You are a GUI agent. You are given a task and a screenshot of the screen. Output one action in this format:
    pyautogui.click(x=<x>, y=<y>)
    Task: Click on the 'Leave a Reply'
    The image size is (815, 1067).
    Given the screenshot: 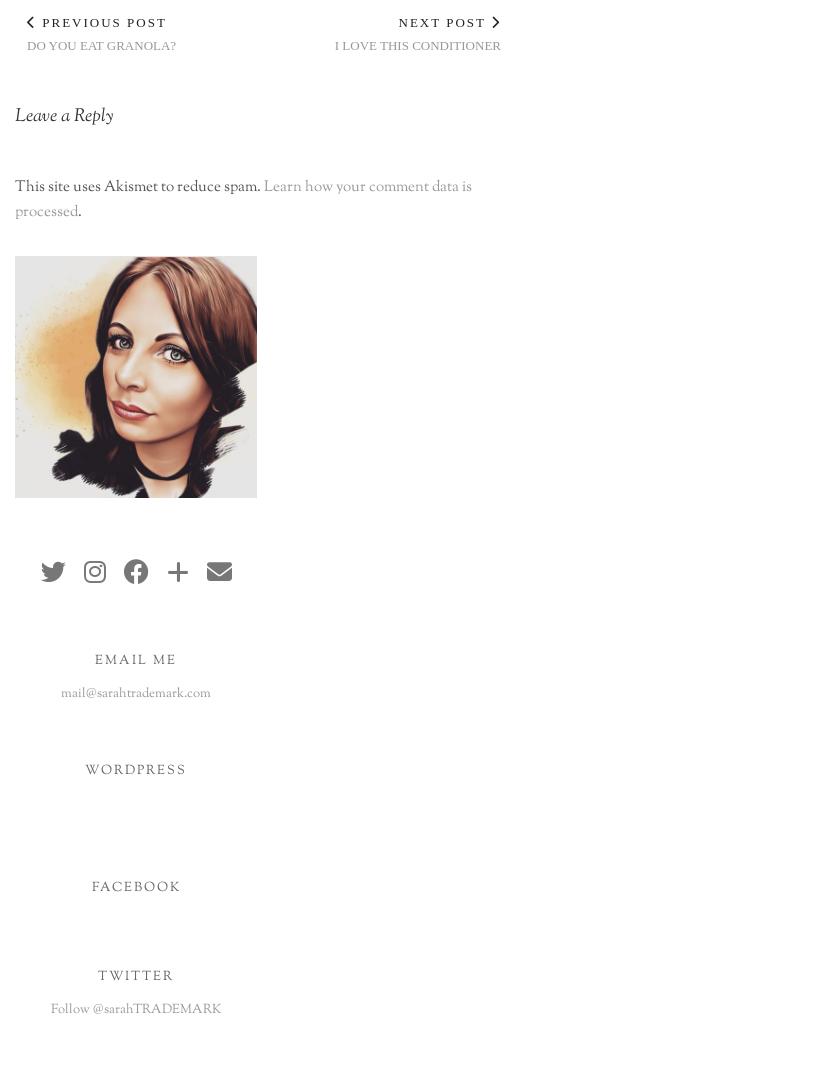 What is the action you would take?
    pyautogui.click(x=62, y=116)
    